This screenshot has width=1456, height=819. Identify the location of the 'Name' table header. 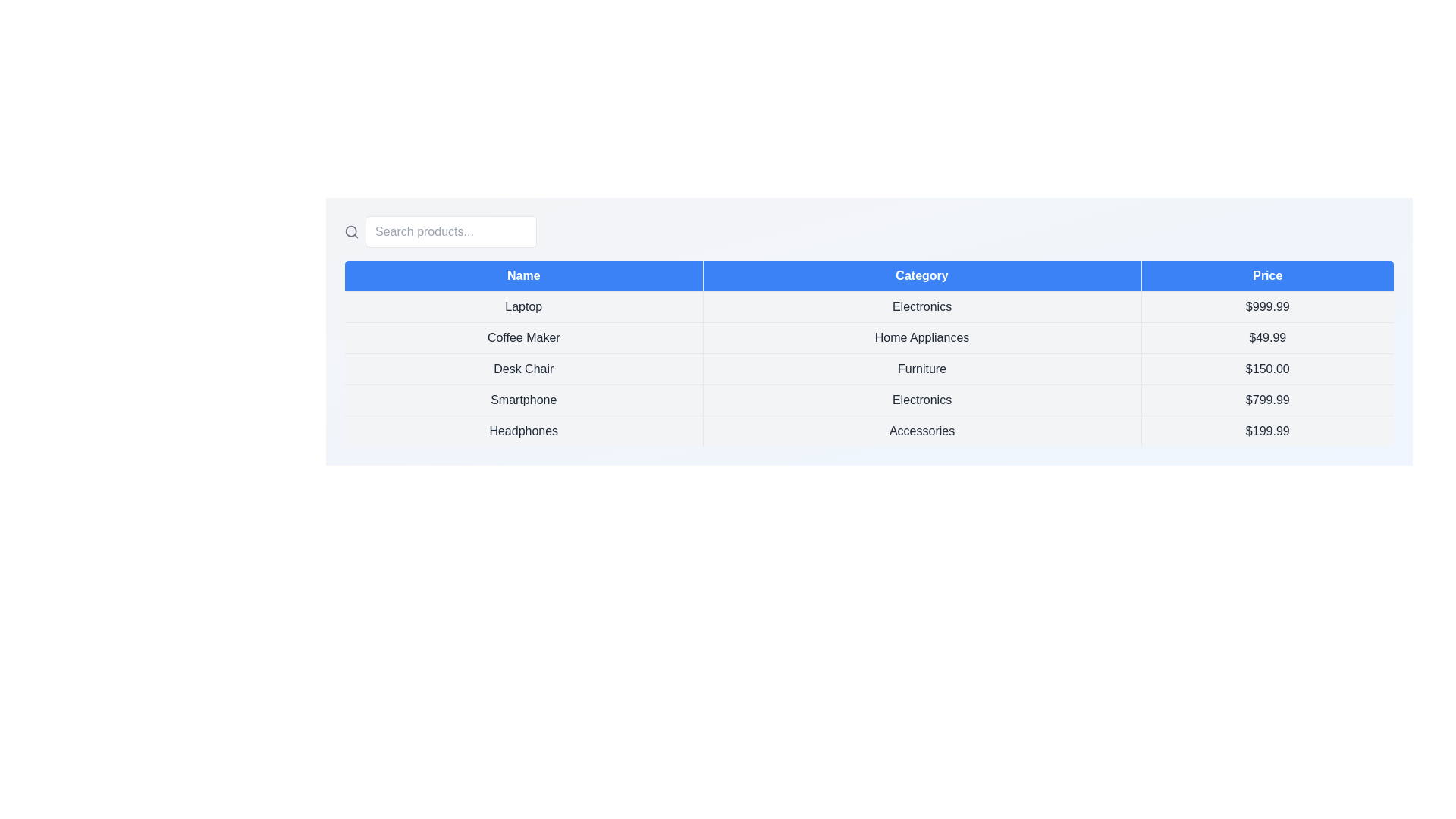
(523, 275).